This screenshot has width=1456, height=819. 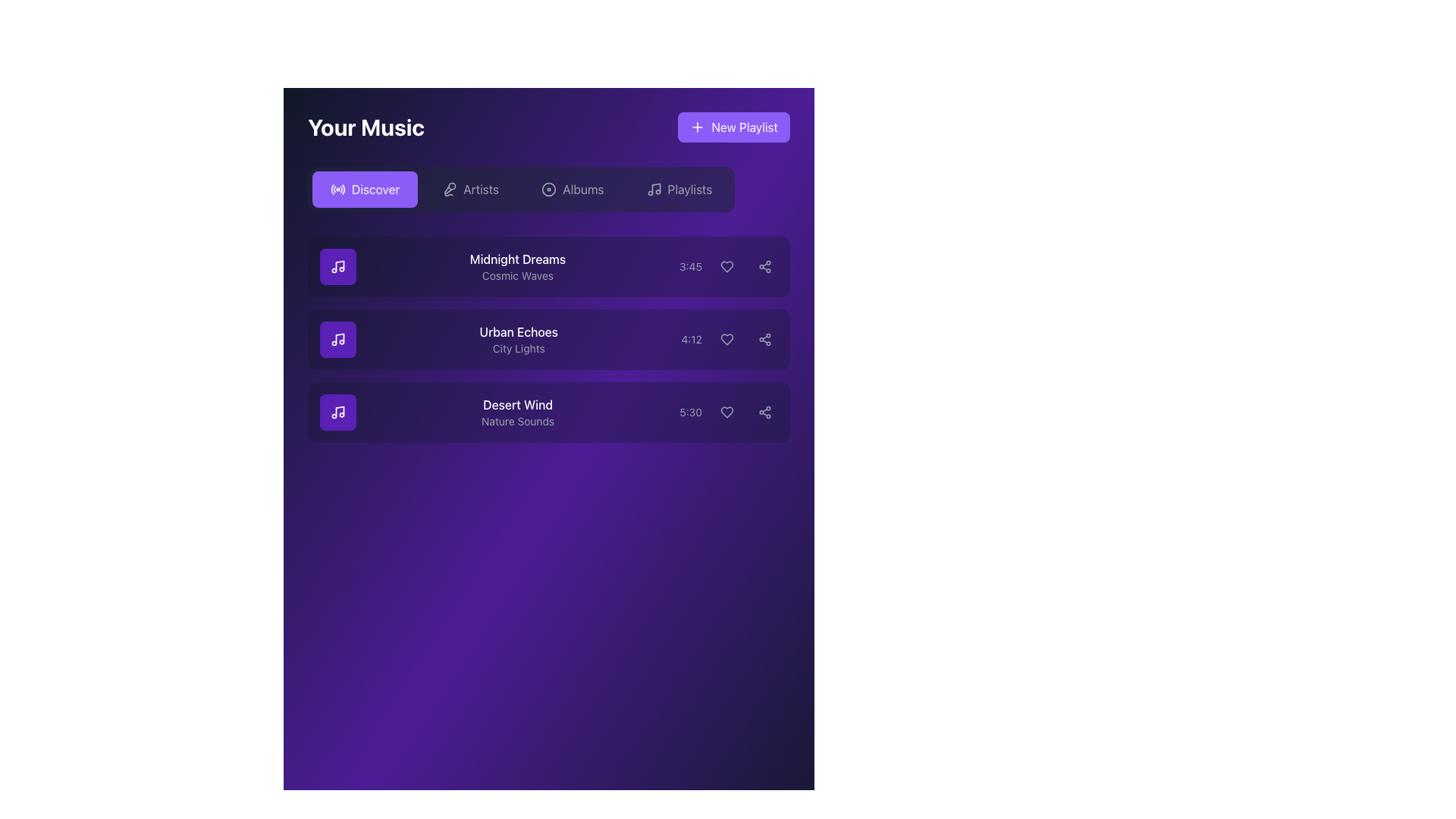 What do you see at coordinates (726, 412) in the screenshot?
I see `the heart-shaped icon located to the right of the 'Desert Wind' track row within the music list panel` at bounding box center [726, 412].